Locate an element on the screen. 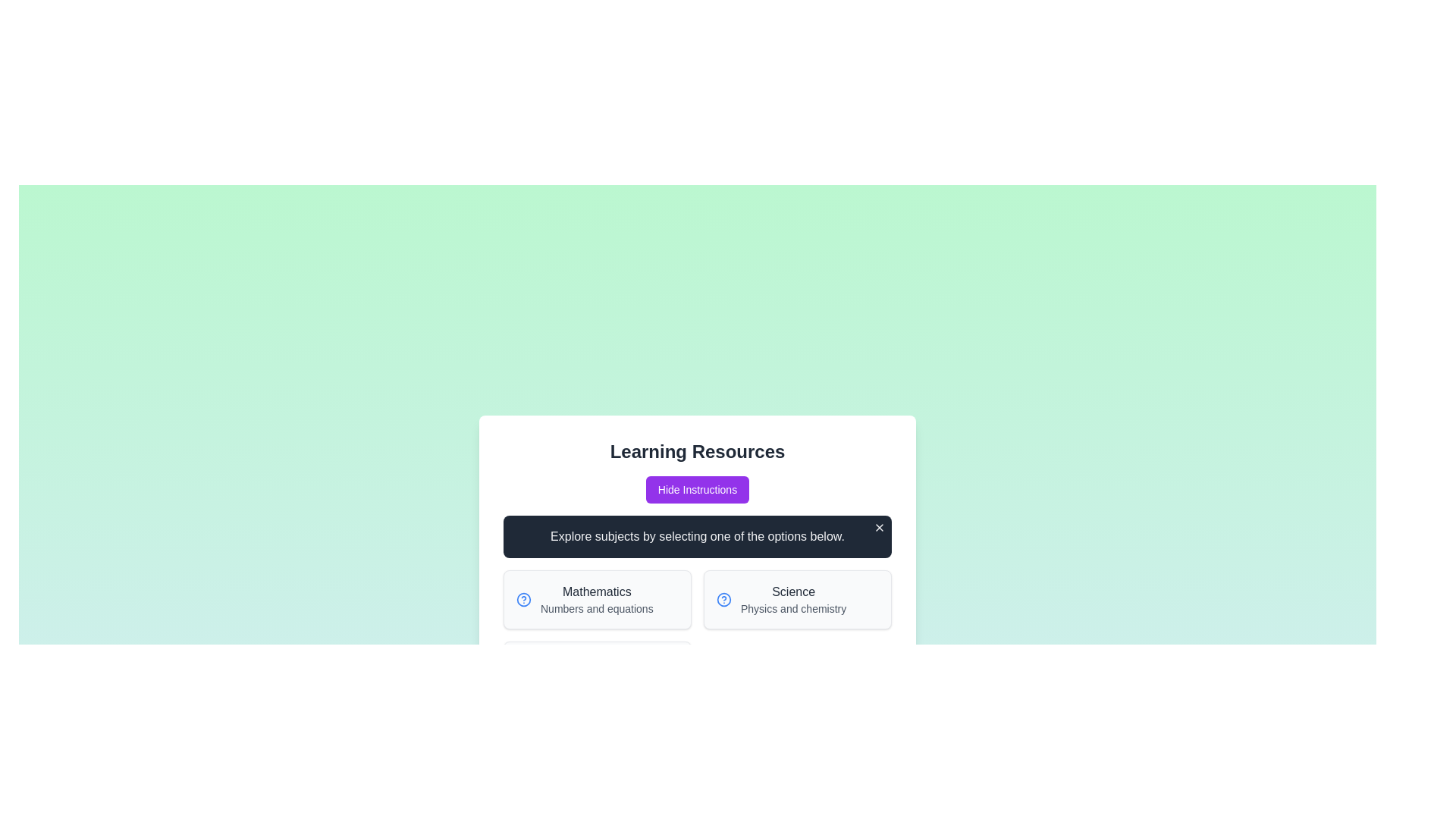 Image resolution: width=1456 pixels, height=819 pixels. the button that hides instructions, located below the 'Learning Resources' header and above the dark box containing 'Explore subjects by selecting one of the options below.' is located at coordinates (697, 489).